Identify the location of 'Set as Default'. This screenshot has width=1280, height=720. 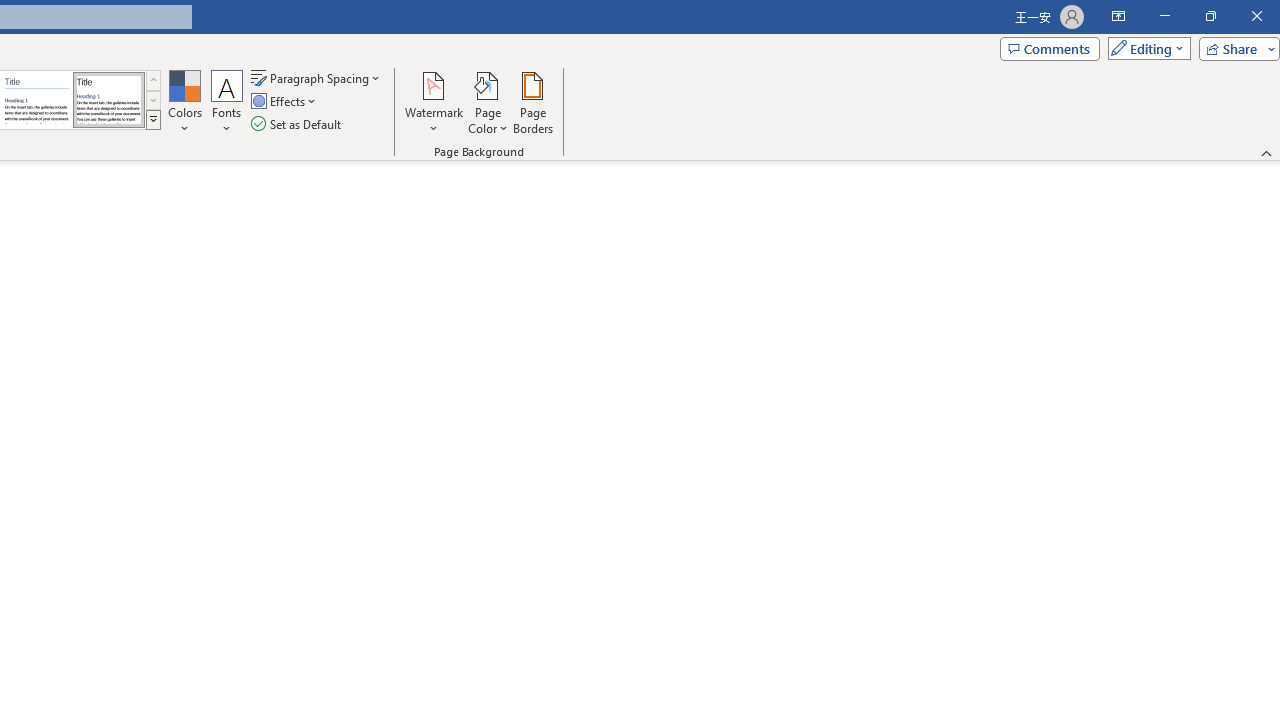
(297, 124).